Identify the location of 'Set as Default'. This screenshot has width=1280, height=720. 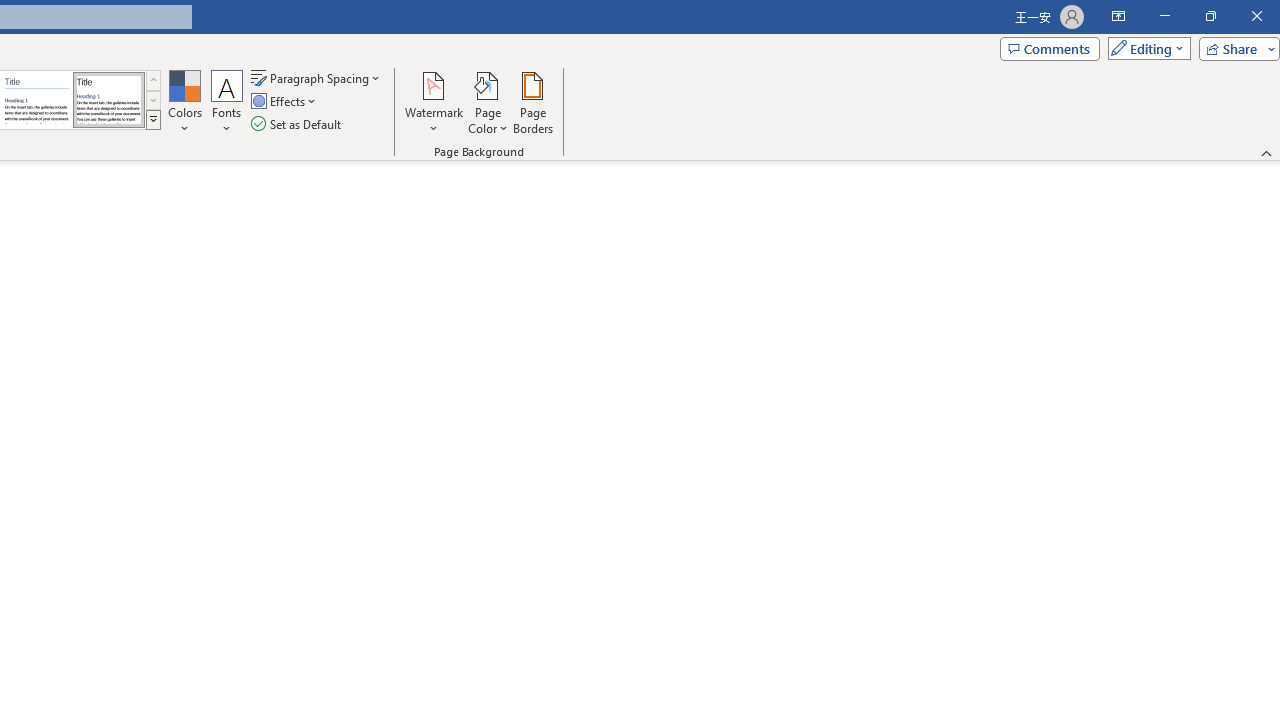
(297, 124).